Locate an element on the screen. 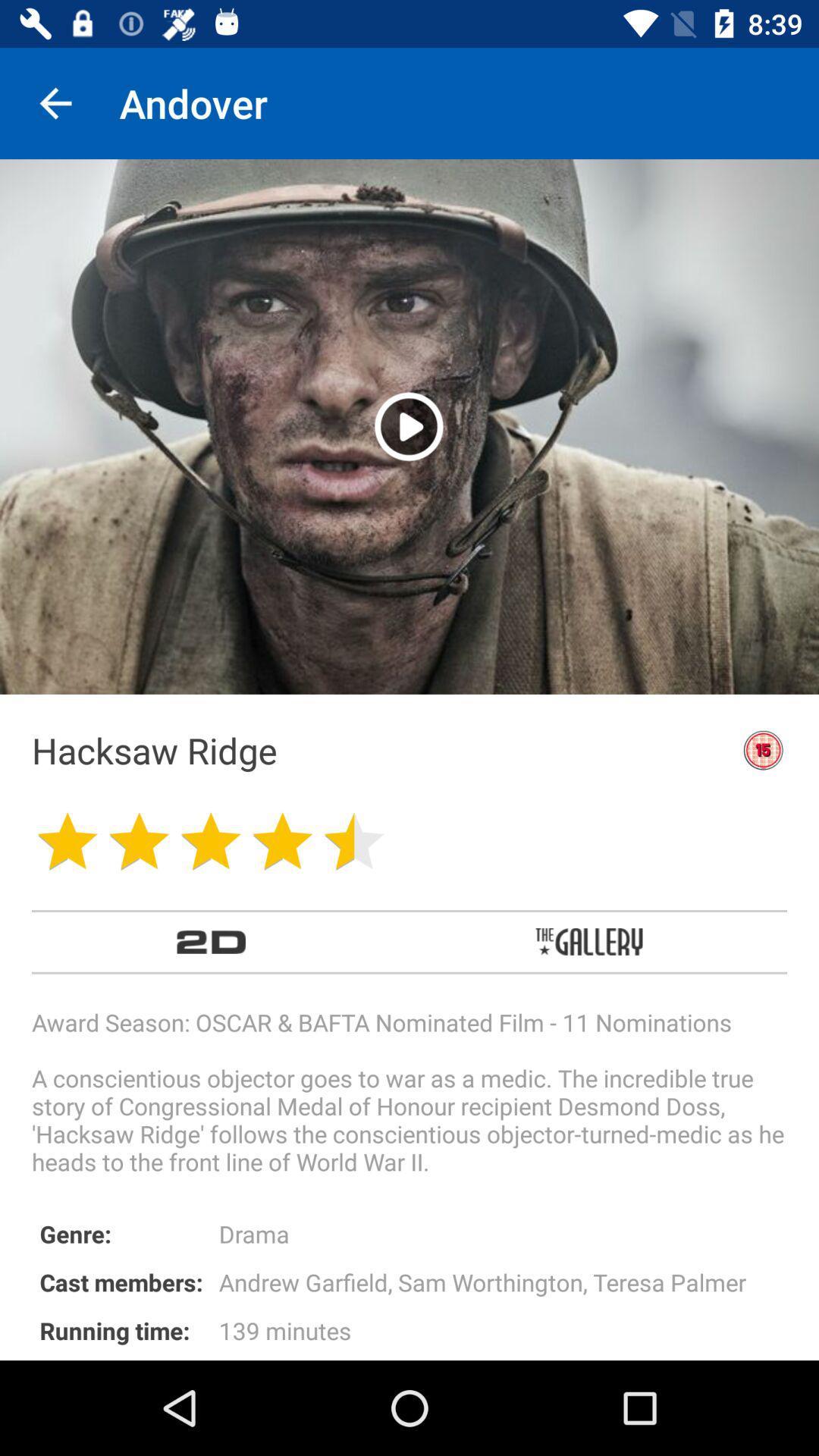  movie is located at coordinates (408, 425).